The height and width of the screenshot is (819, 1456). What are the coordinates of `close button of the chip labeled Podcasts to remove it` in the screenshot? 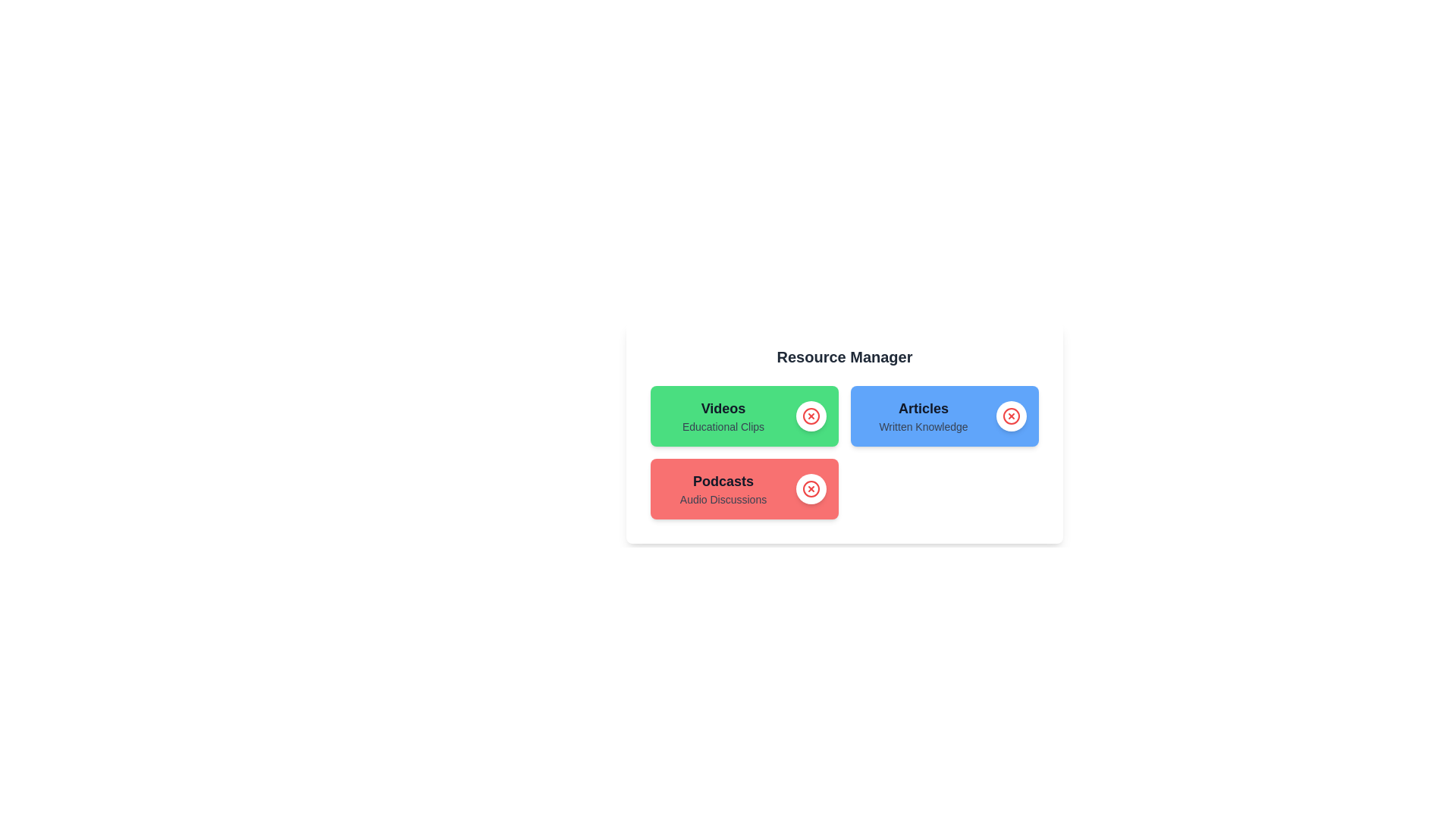 It's located at (811, 488).